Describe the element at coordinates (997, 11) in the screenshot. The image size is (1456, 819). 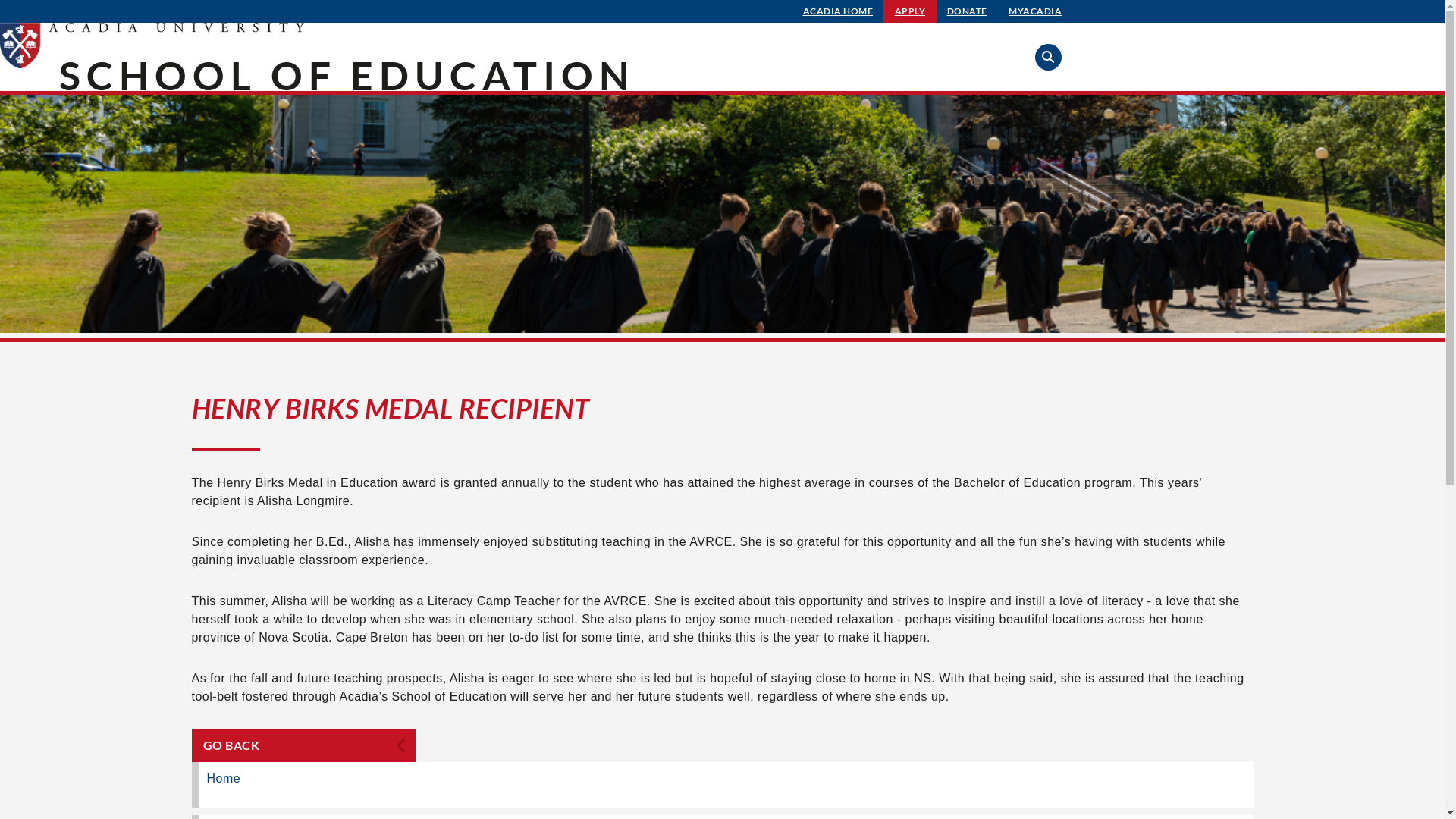
I see `'MYACADIA'` at that location.